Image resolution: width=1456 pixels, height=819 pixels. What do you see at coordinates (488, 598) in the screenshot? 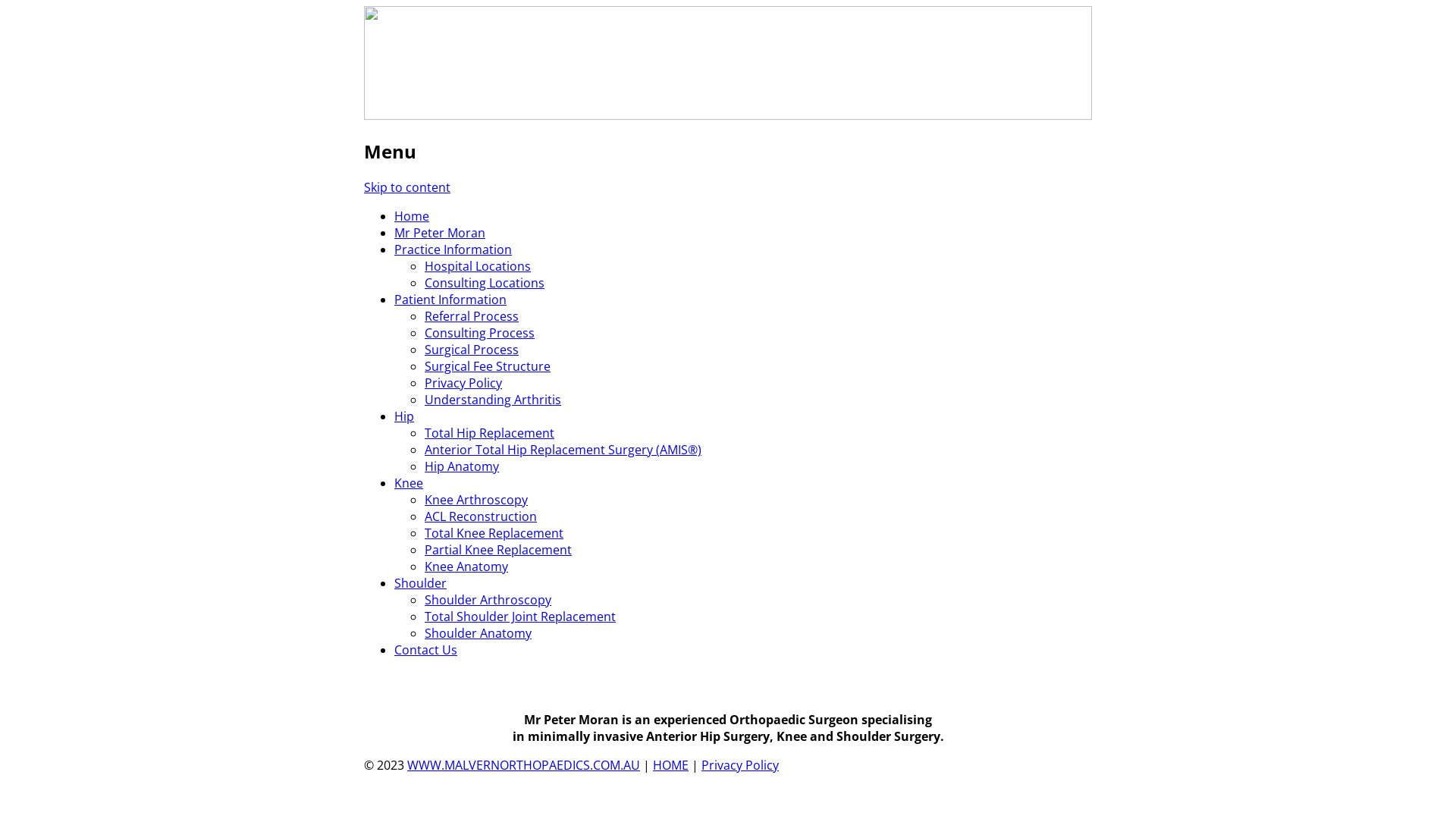
I see `'Shoulder Arthroscopy'` at bounding box center [488, 598].